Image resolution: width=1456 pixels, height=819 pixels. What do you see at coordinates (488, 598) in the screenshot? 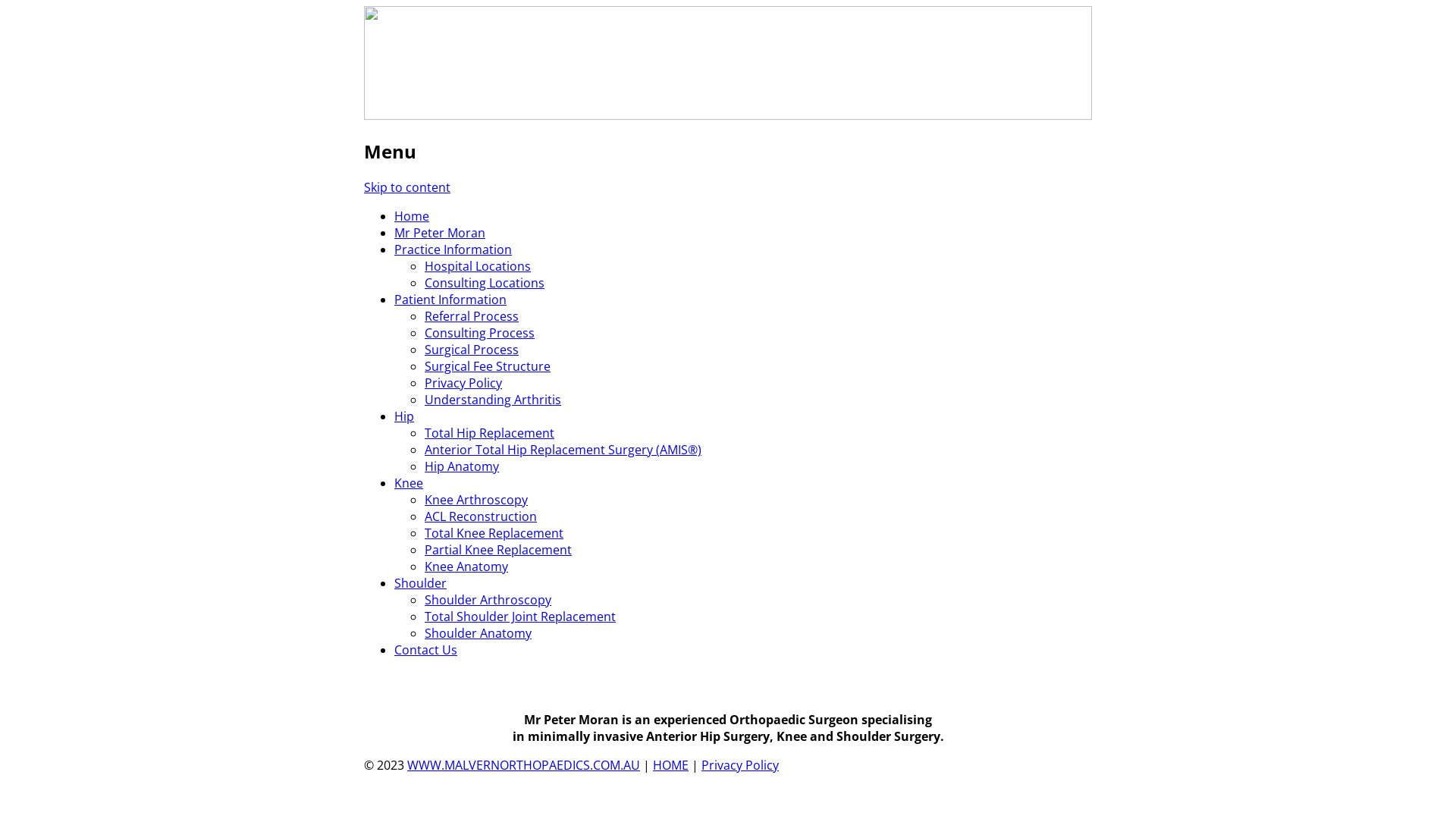
I see `'Shoulder Arthroscopy'` at bounding box center [488, 598].